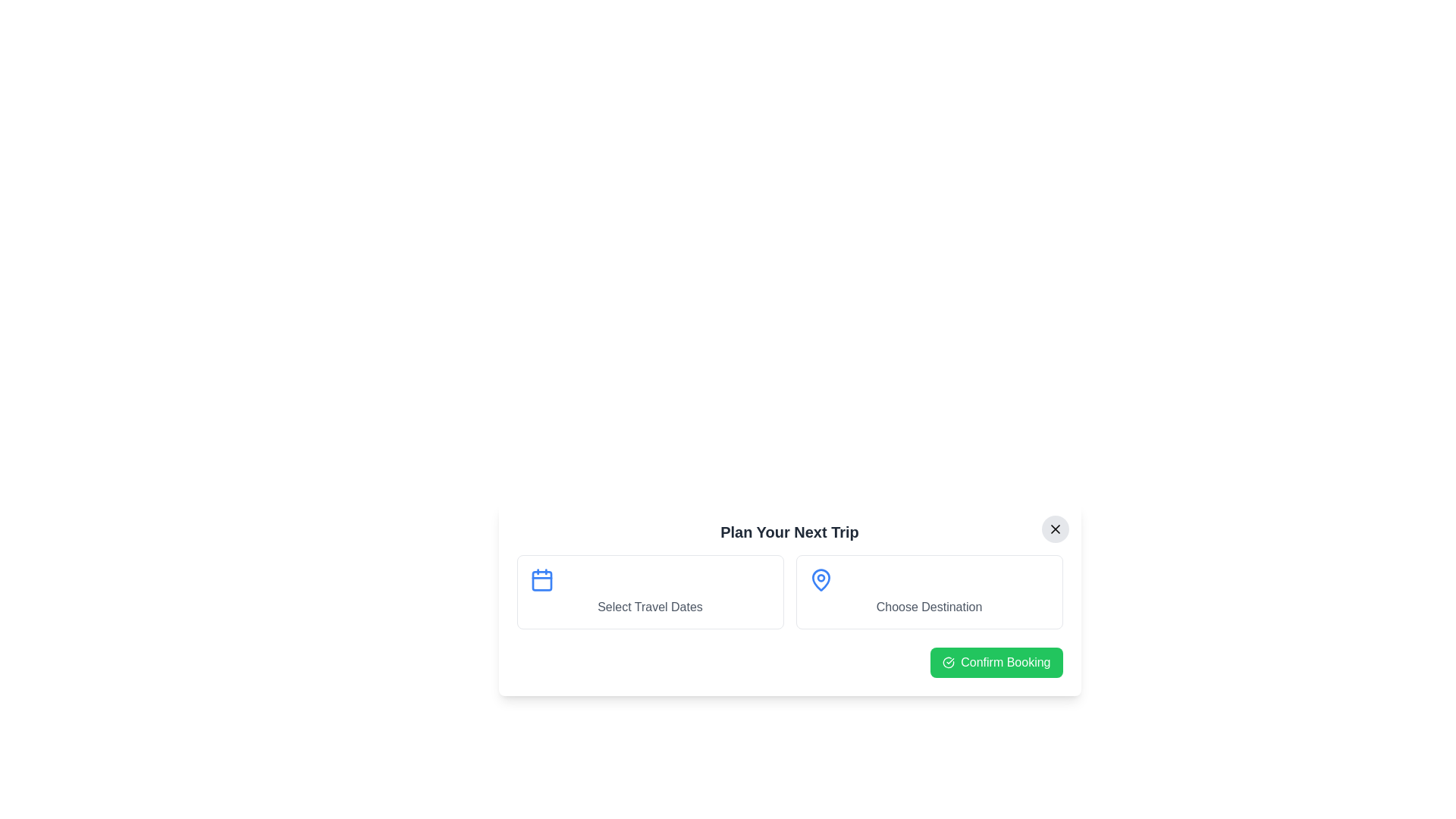 This screenshot has height=819, width=1456. What do you see at coordinates (996, 662) in the screenshot?
I see `the 'Confirm Booking' button to confirm the booking` at bounding box center [996, 662].